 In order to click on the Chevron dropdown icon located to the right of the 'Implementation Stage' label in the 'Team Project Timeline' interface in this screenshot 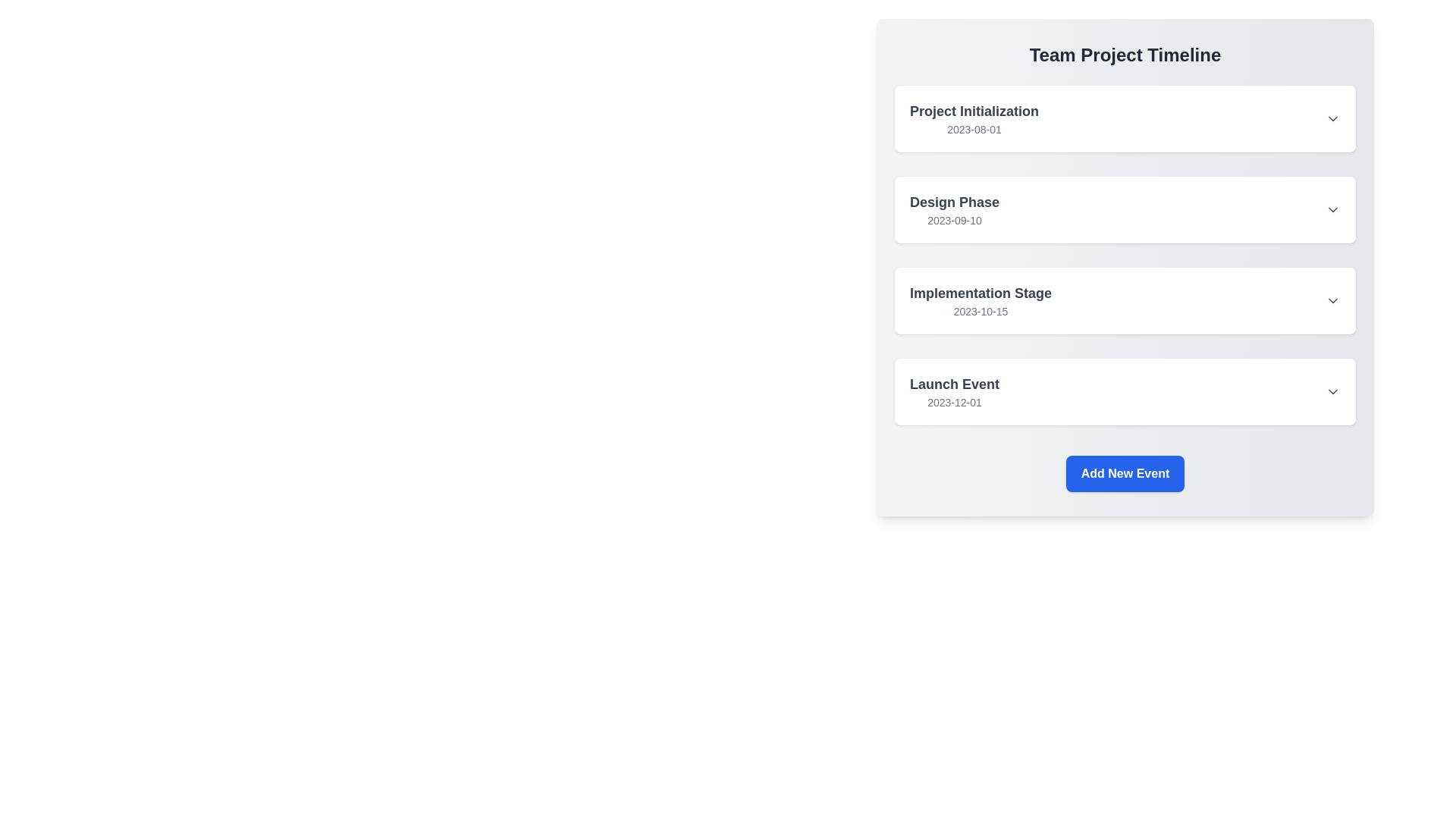, I will do `click(1332, 301)`.